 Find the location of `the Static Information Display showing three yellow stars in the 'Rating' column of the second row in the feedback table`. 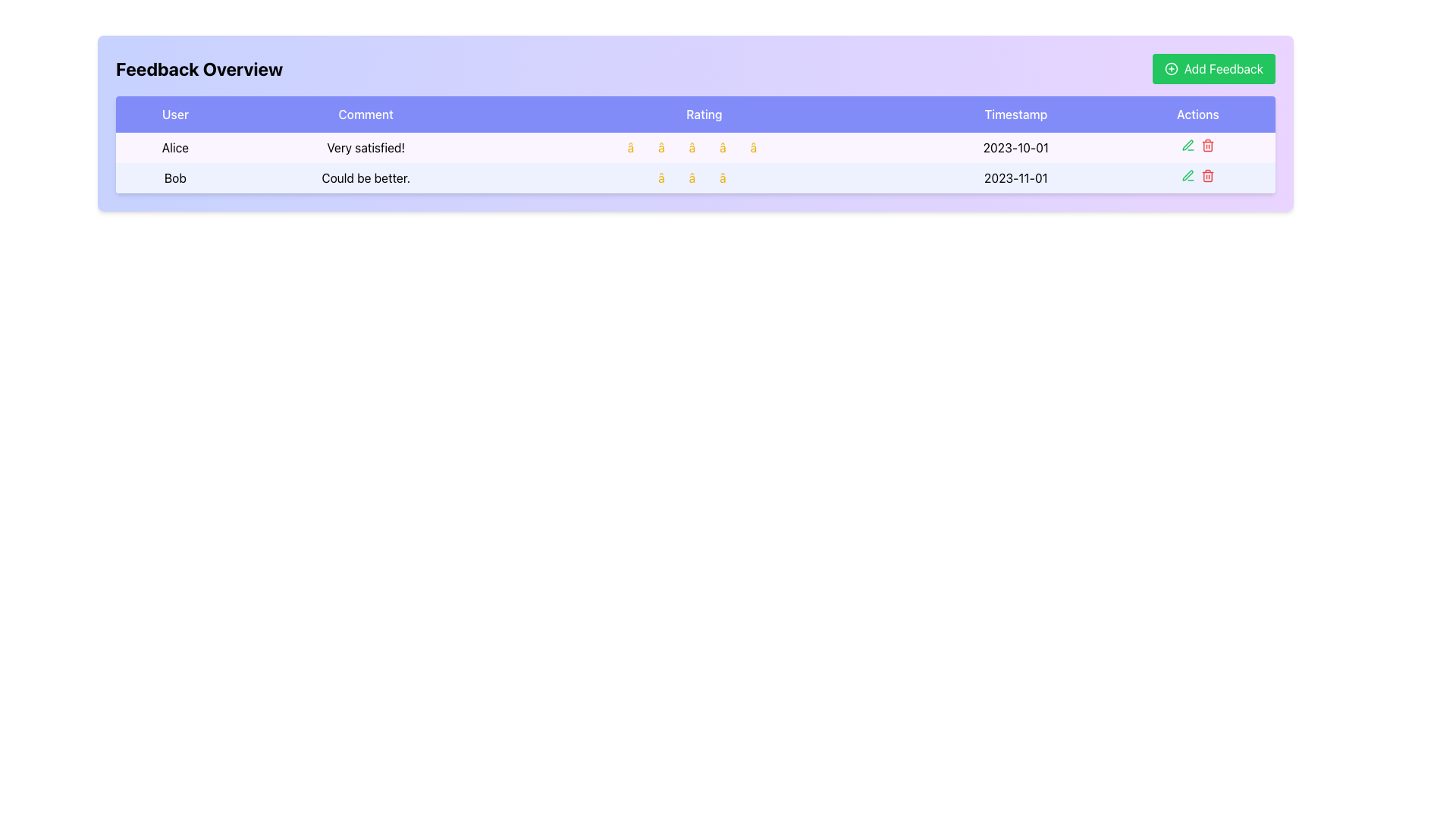

the Static Information Display showing three yellow stars in the 'Rating' column of the second row in the feedback table is located at coordinates (703, 177).